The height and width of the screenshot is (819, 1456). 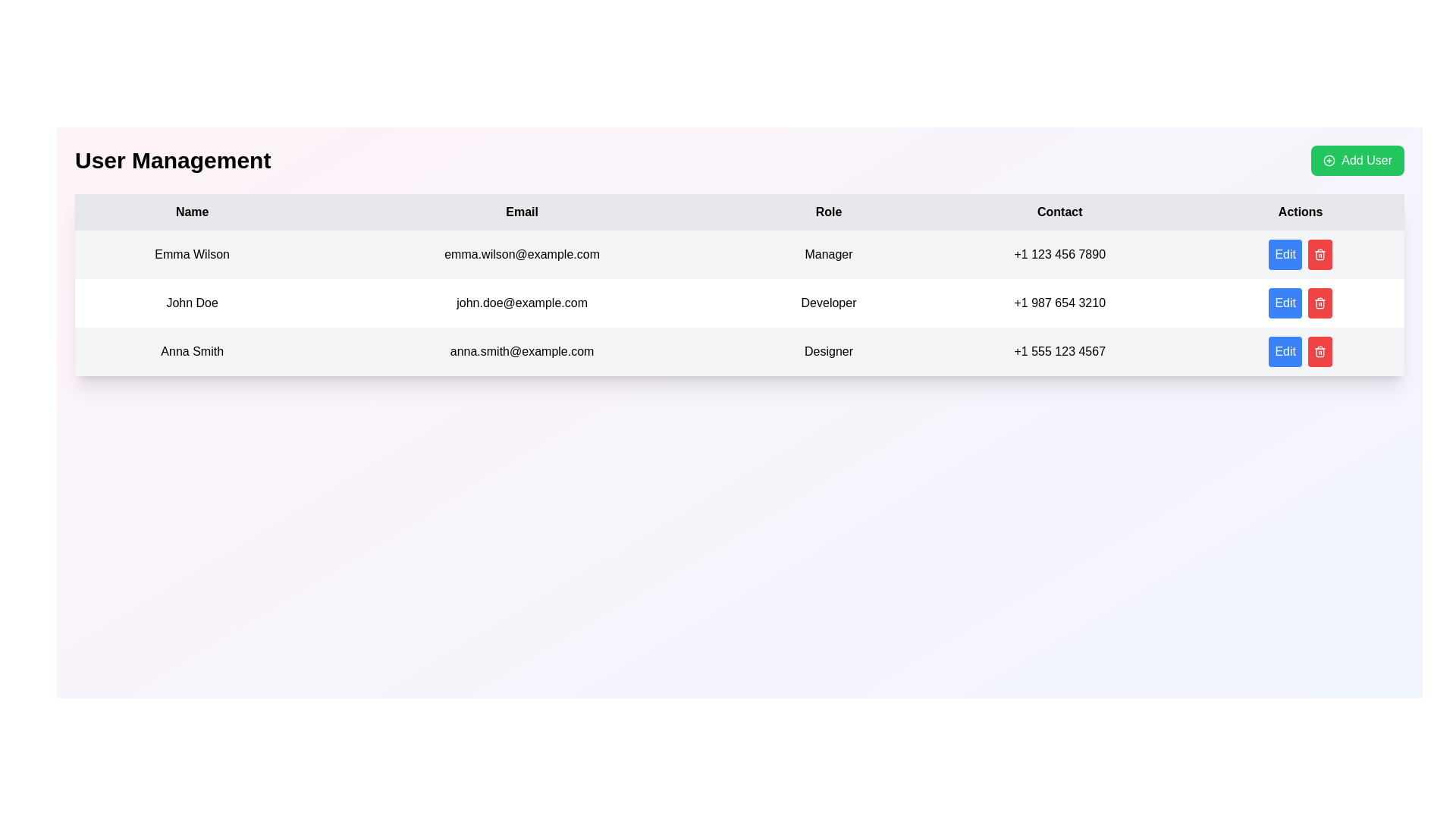 I want to click on the Text Label in the 'Role' column of the first row, which indicates the role of the person in the table, aligned with 'Emma Wilson' and 'emma.wilson@example.com', so click(x=828, y=253).